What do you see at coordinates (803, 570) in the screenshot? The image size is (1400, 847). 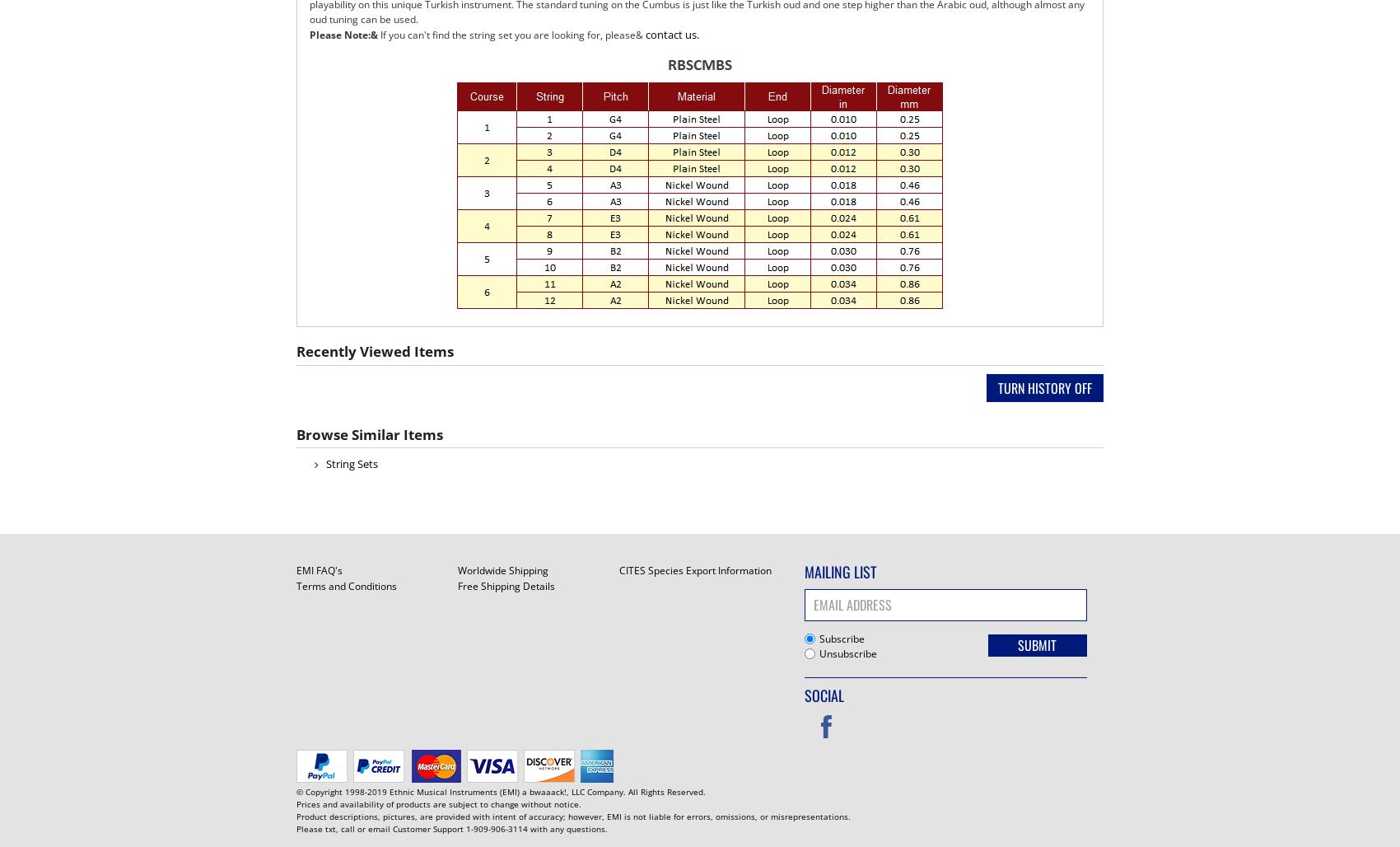 I see `'Mailing List'` at bounding box center [803, 570].